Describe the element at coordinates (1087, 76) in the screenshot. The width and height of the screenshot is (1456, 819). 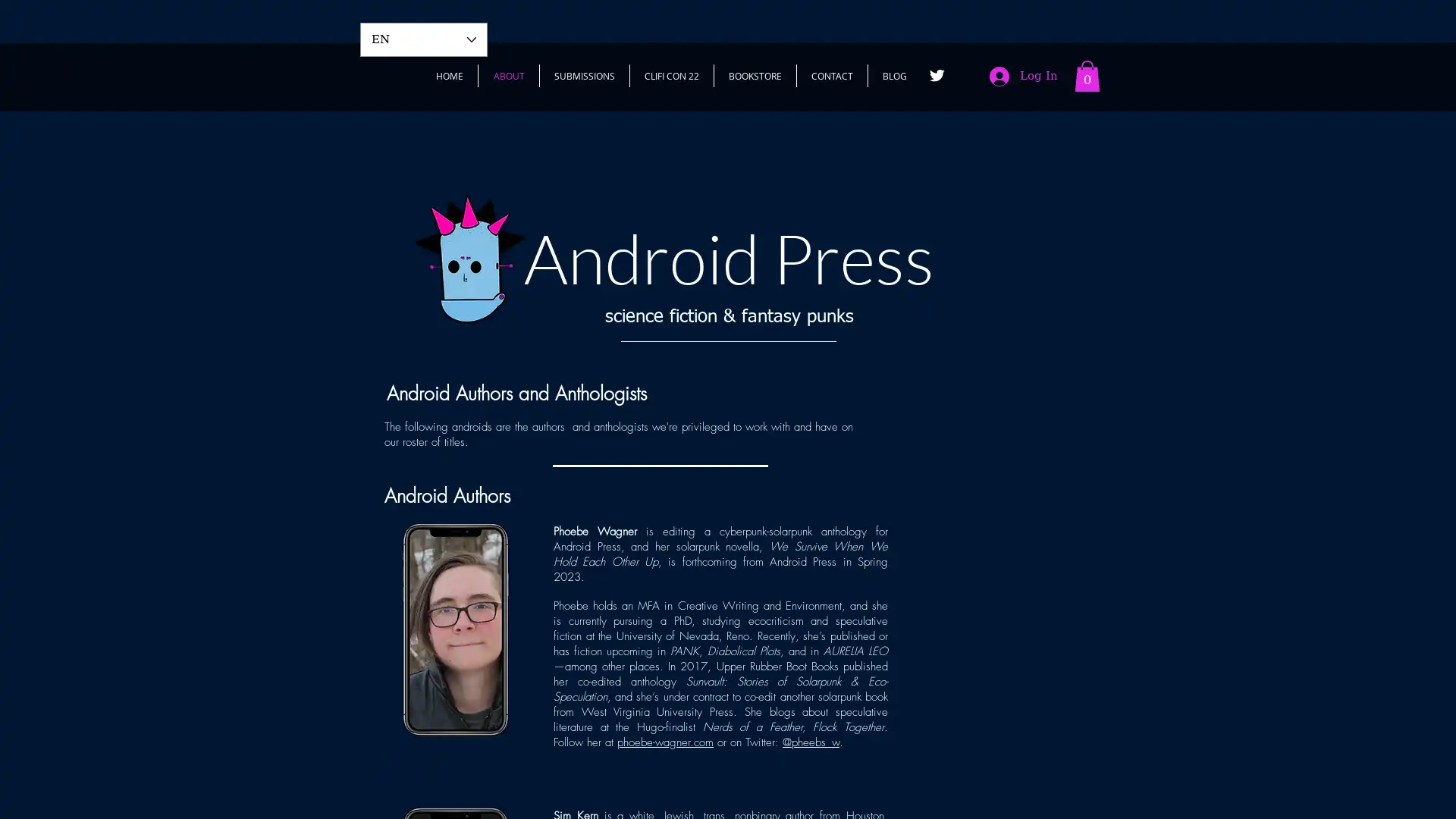
I see `Cart with 0 items` at that location.